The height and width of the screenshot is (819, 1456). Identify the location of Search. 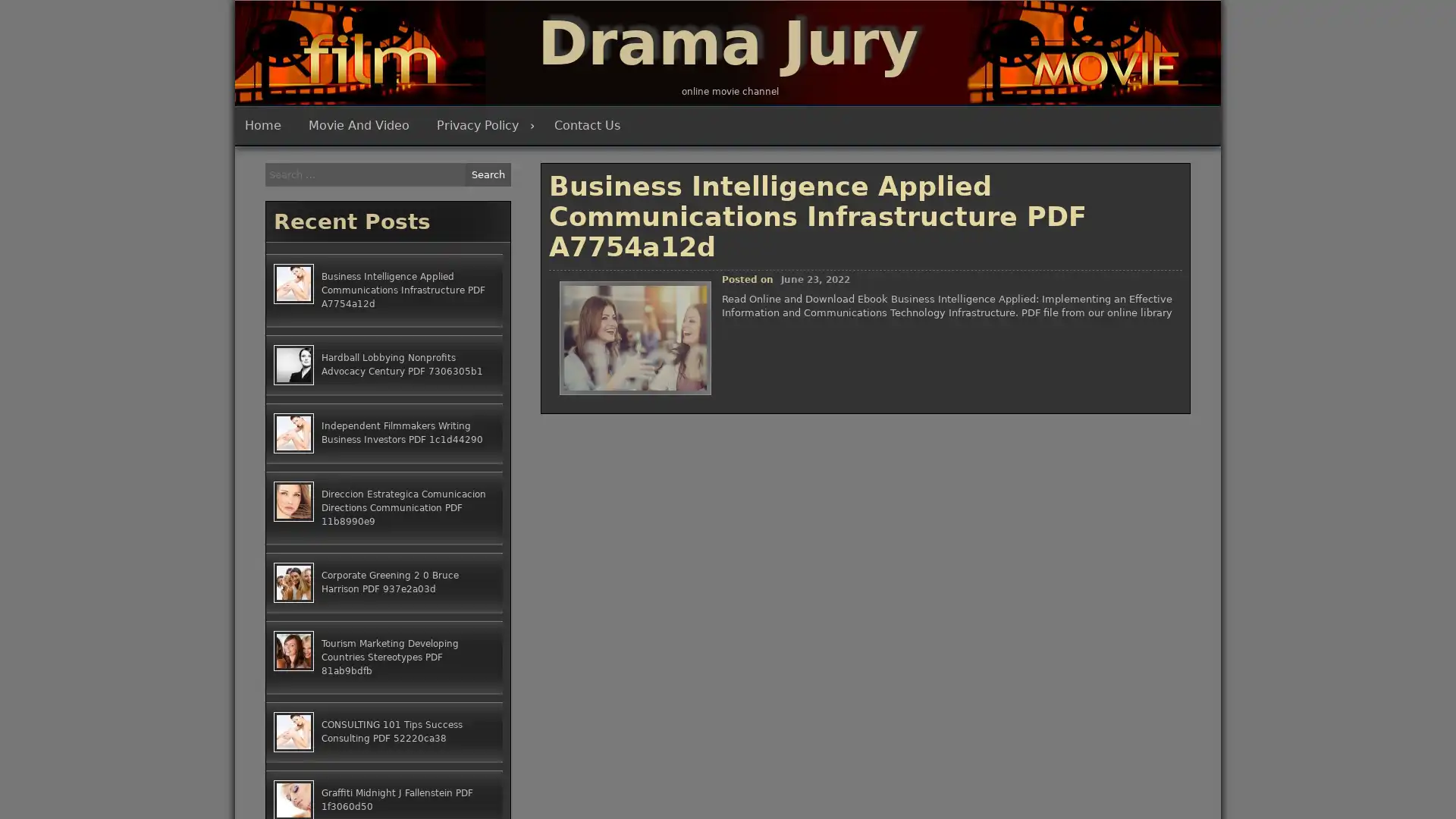
(488, 174).